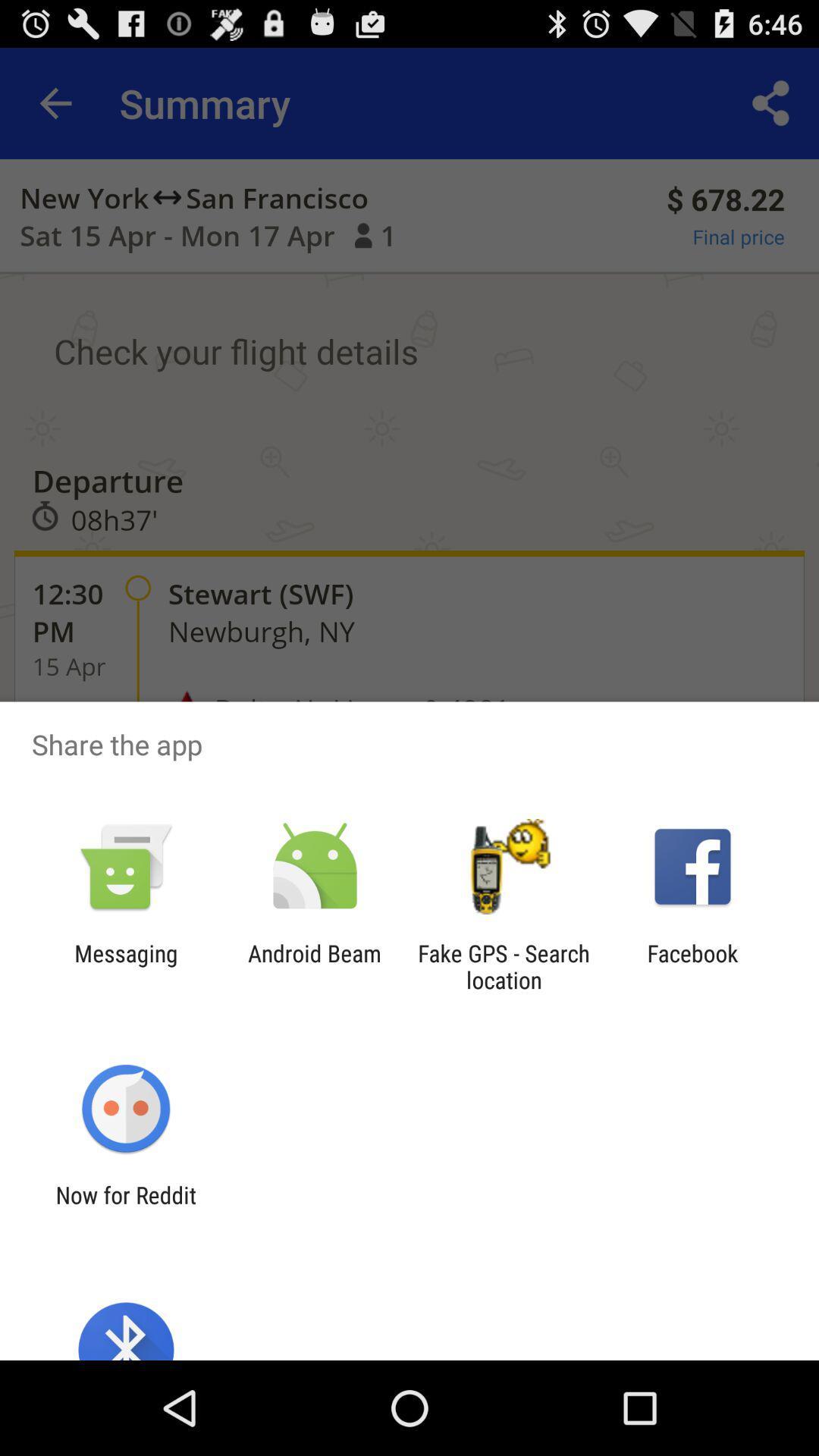  I want to click on the facebook icon, so click(692, 966).